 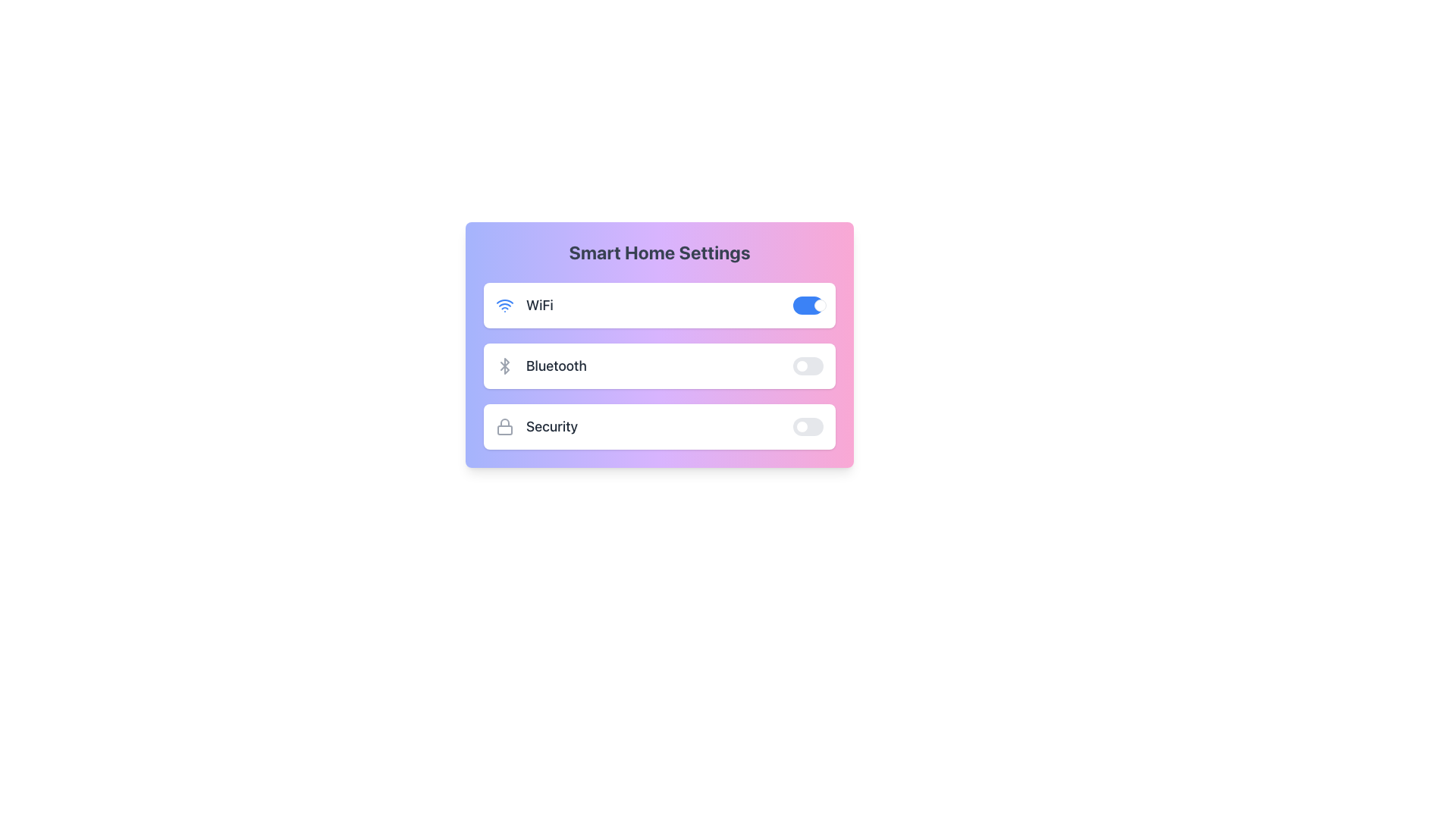 I want to click on the circular knob of the toggle switch located, so click(x=819, y=305).